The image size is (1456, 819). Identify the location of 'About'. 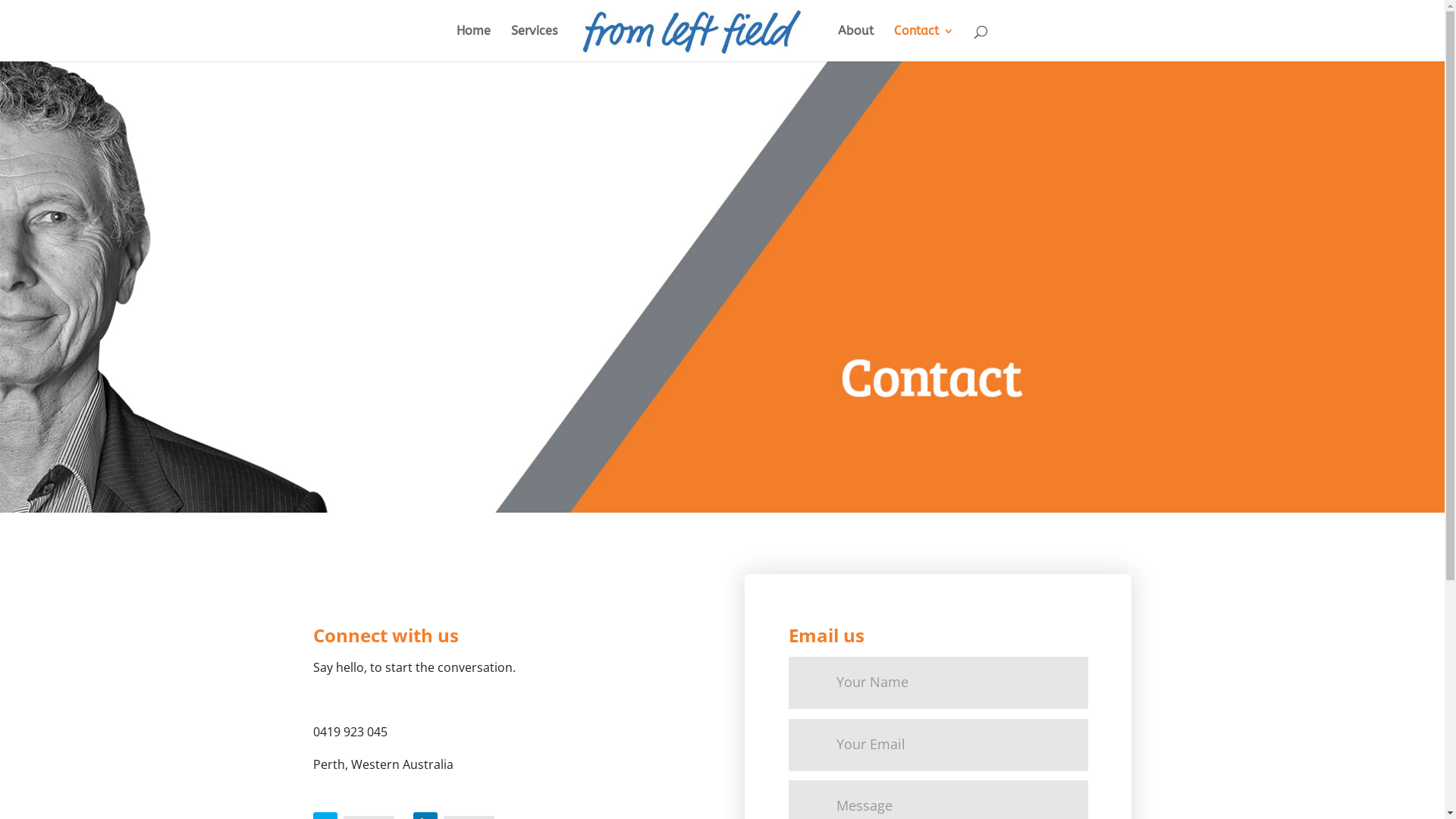
(855, 42).